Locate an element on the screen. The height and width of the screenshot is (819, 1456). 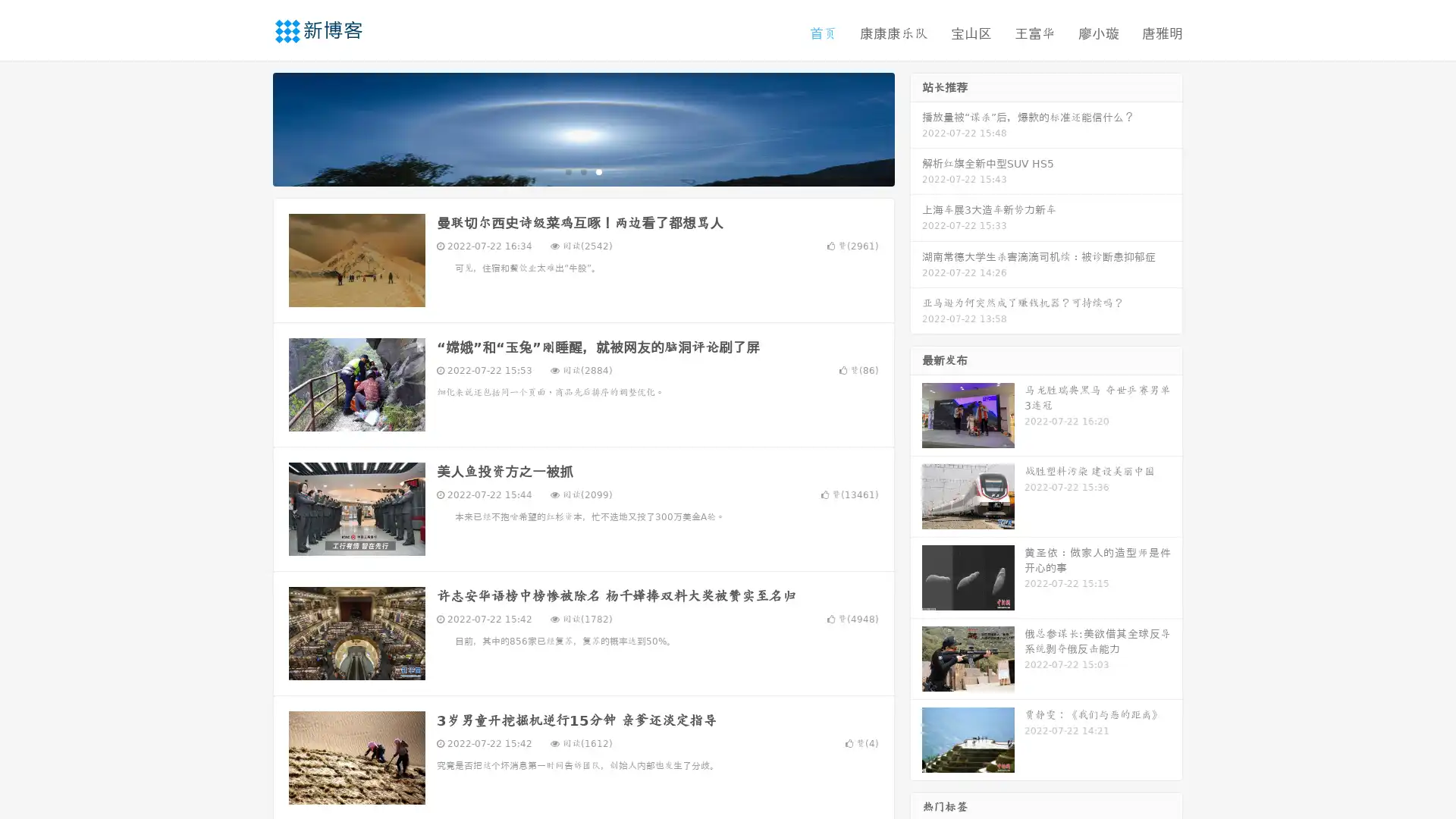
Go to slide 2 is located at coordinates (582, 171).